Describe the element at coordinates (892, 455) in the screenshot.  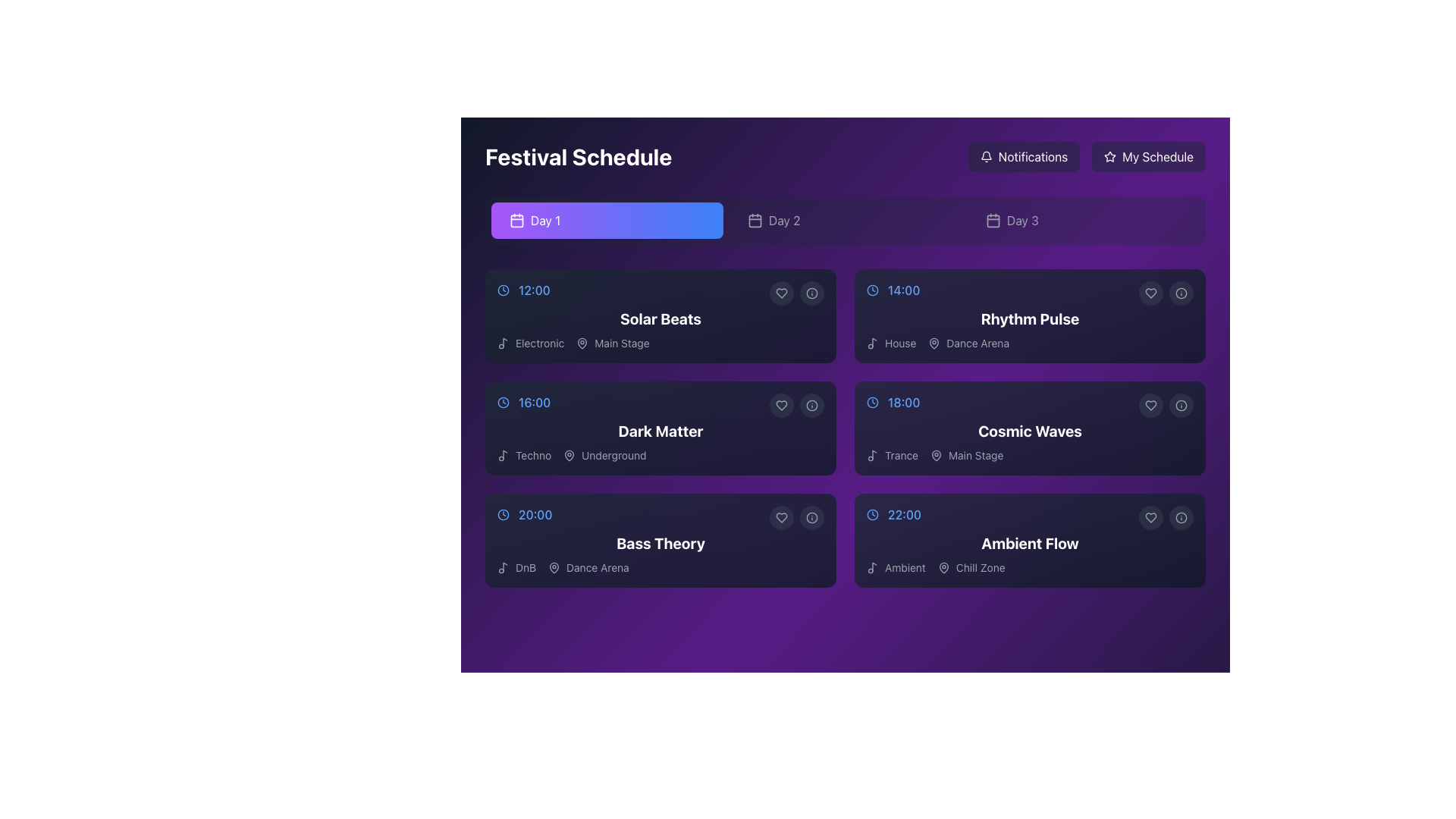
I see `the non-interactive label with an icon indicating the music genre for the 'Cosmic Waves' event at 18:00, positioned in the schedule card` at that location.